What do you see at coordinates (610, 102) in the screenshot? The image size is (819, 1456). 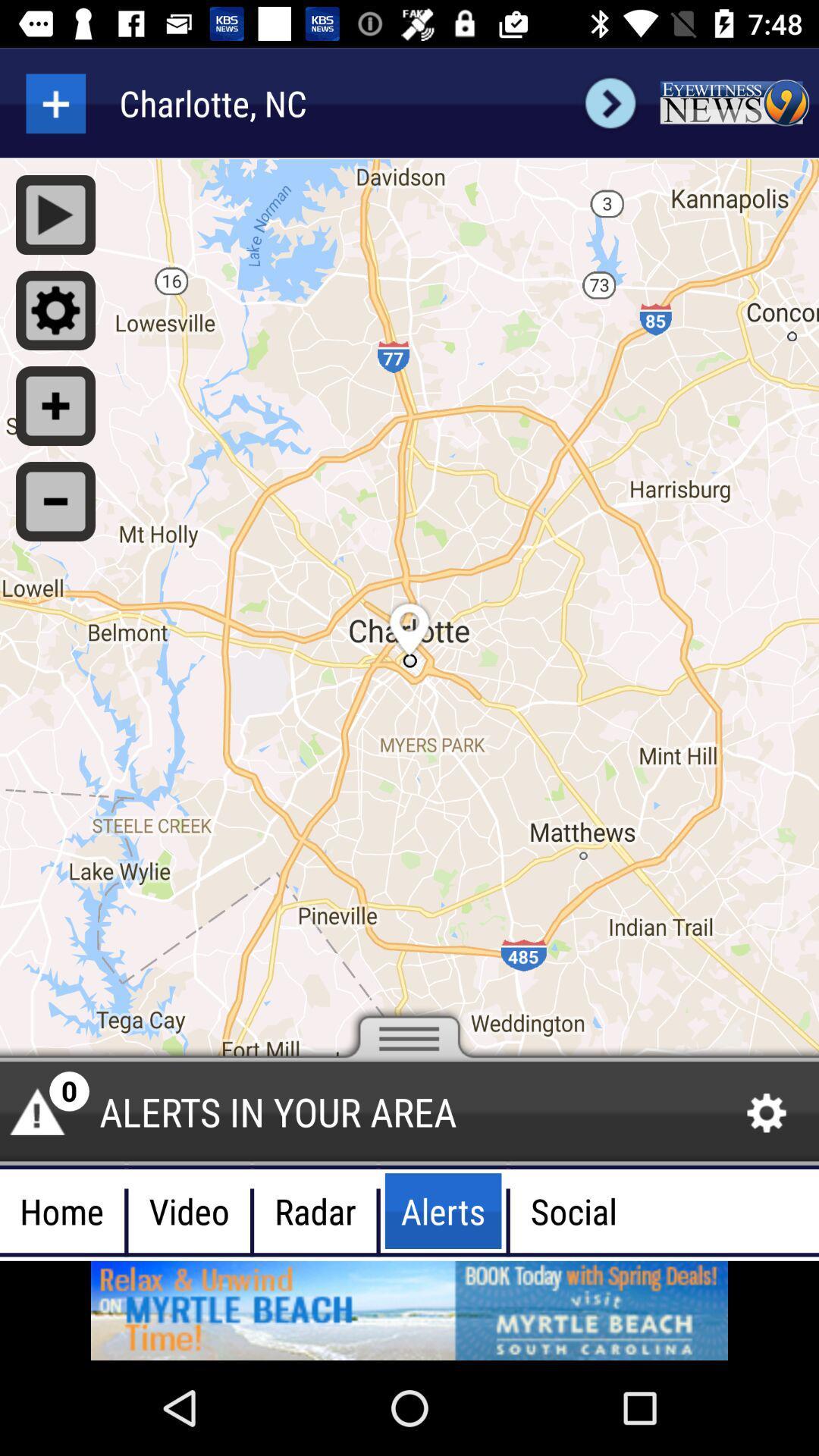 I see `next` at bounding box center [610, 102].